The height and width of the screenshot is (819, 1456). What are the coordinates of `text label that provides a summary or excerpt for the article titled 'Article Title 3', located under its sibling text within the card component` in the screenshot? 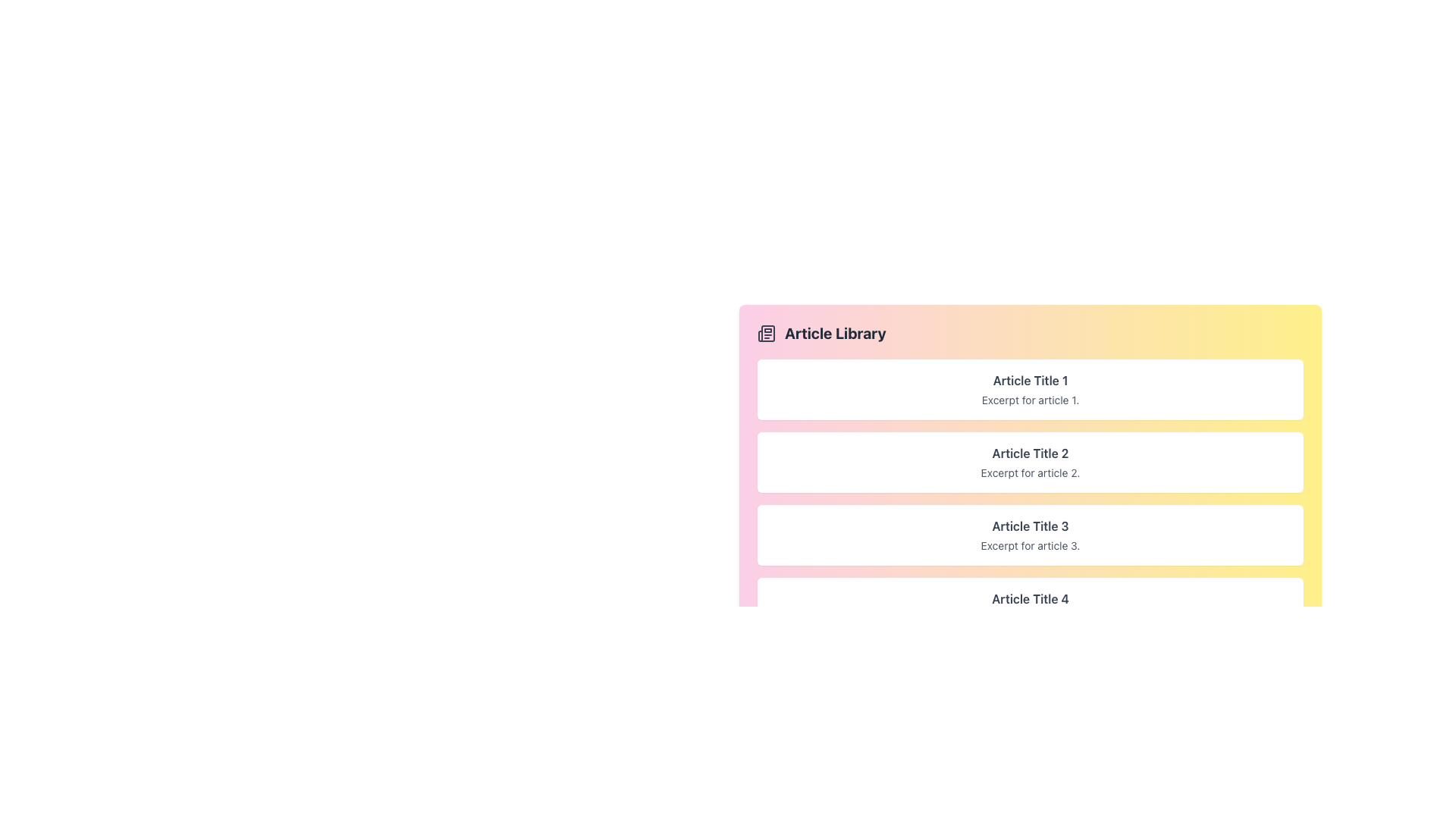 It's located at (1030, 546).